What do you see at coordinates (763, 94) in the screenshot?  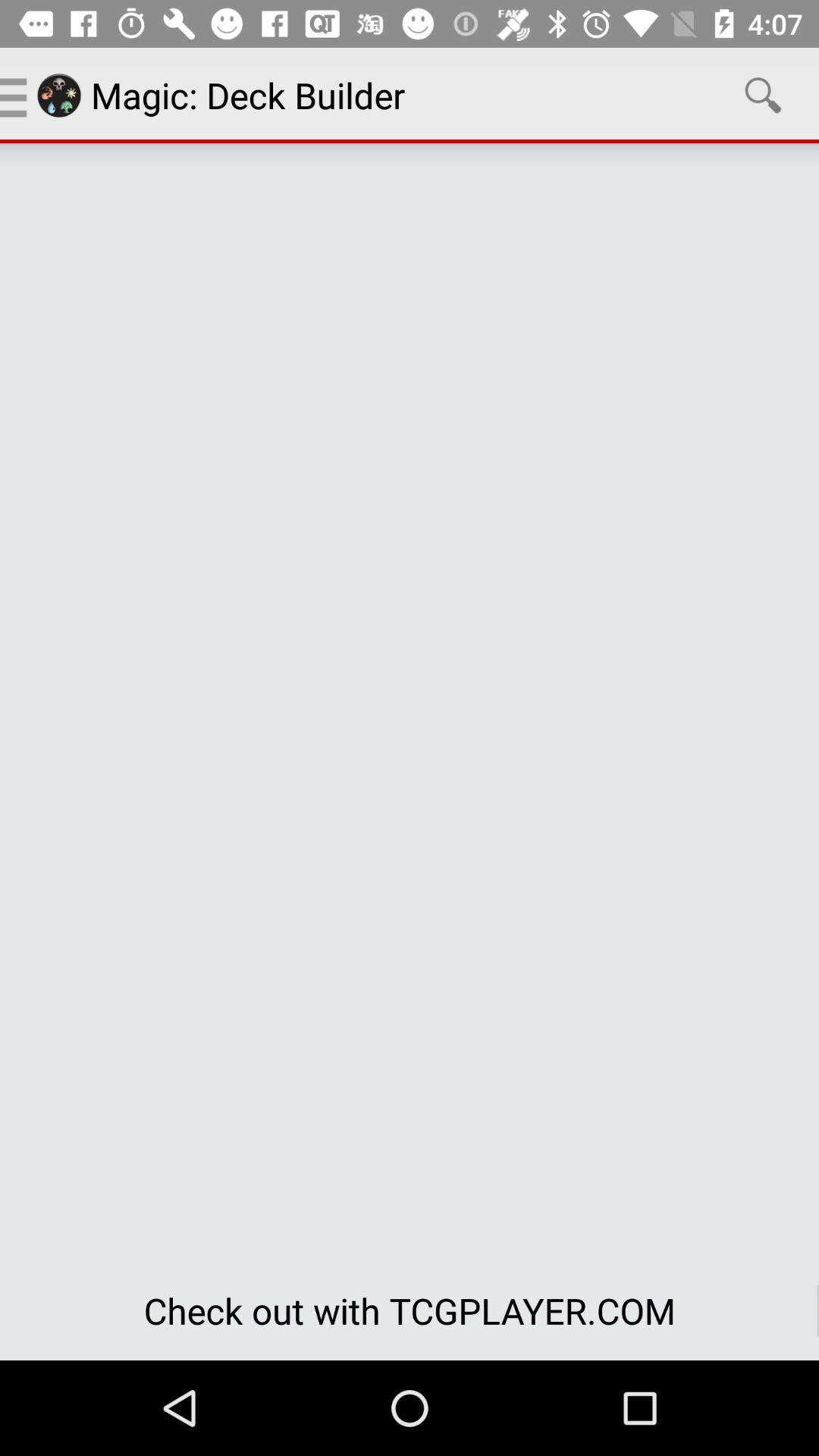 I see `app to the right of magic: deck builder app` at bounding box center [763, 94].